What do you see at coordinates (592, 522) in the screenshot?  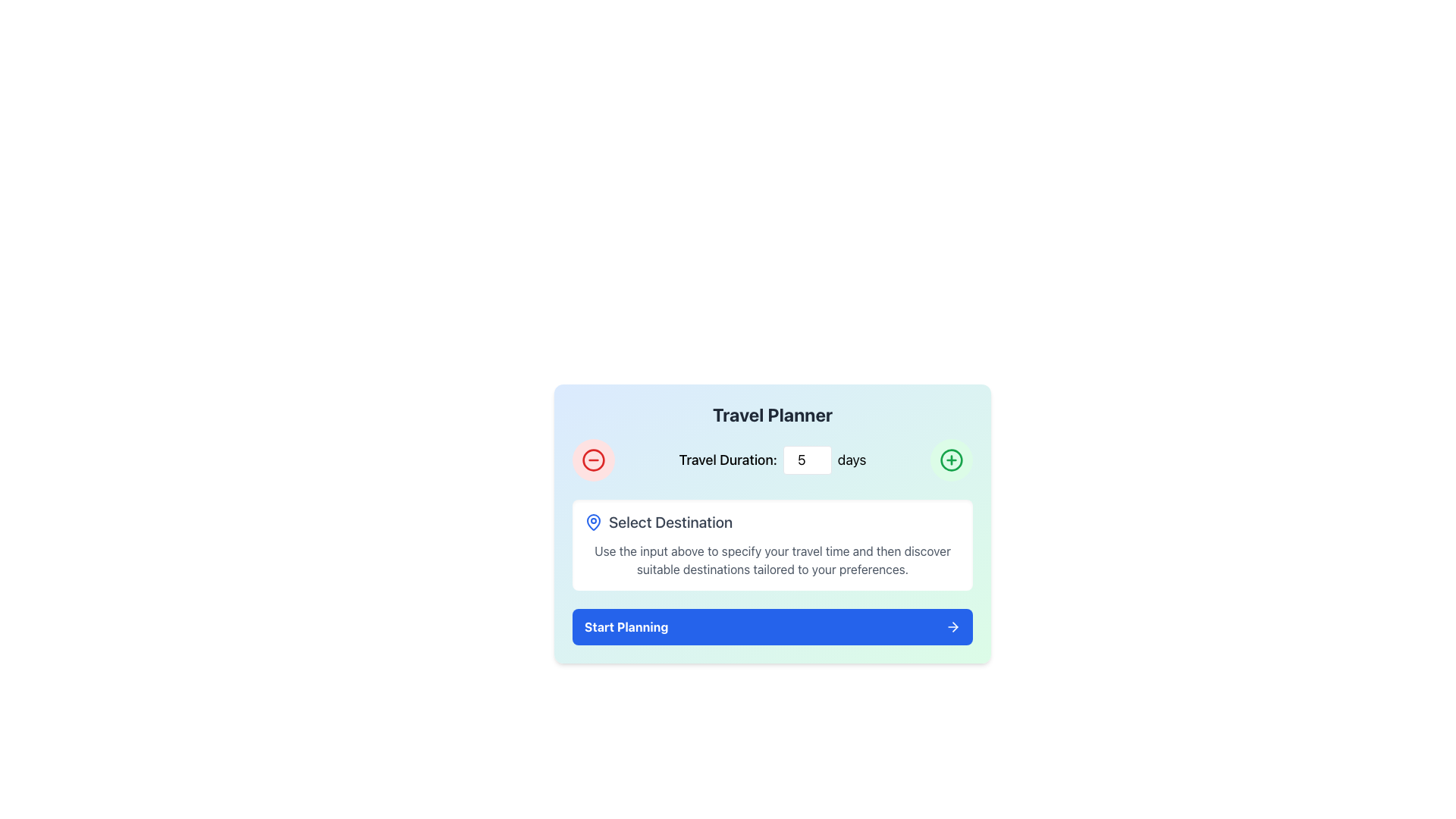 I see `the blue outline map-pin icon located to the left of the 'Select Destination' text` at bounding box center [592, 522].